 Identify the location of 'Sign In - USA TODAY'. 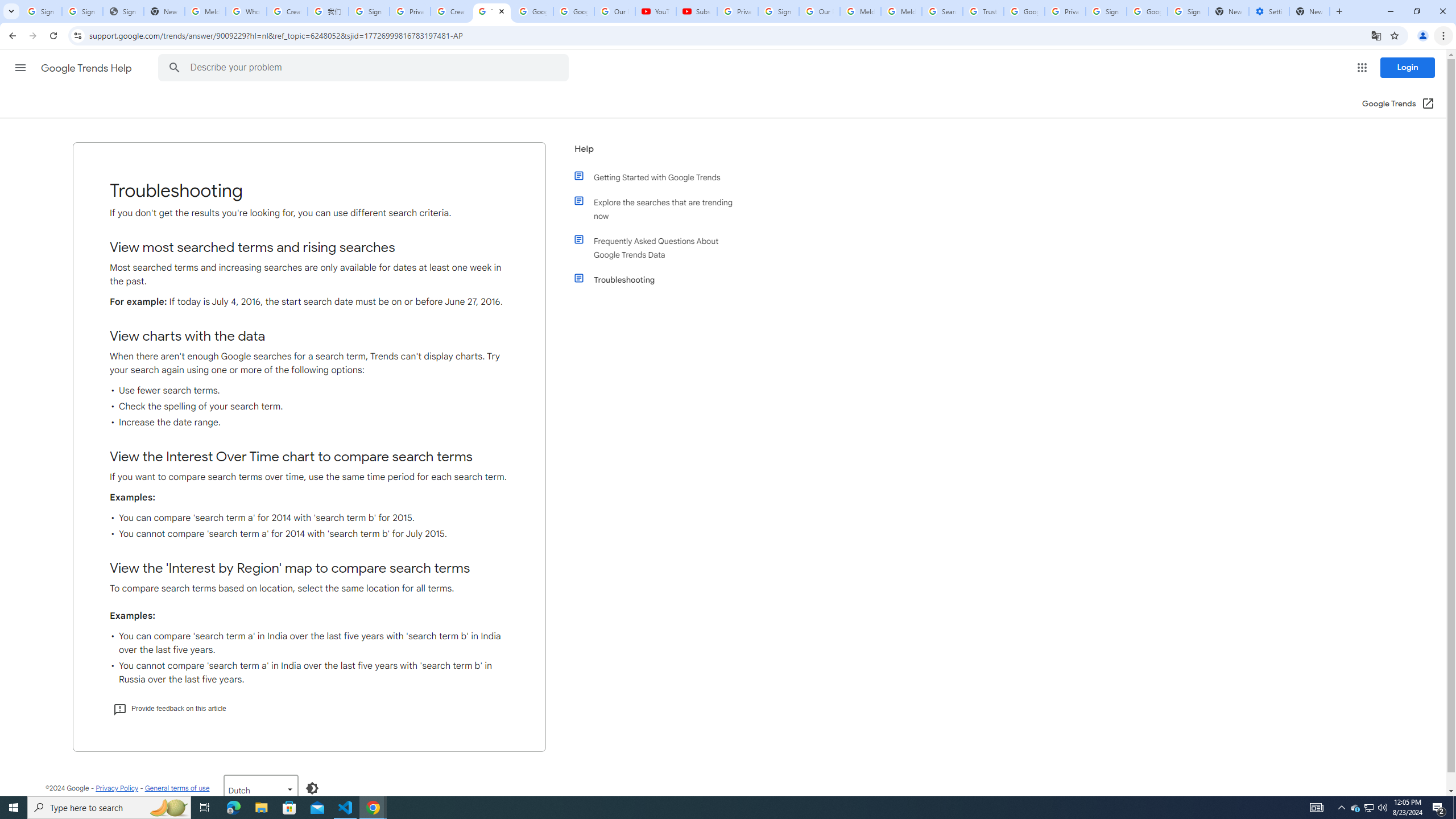
(123, 11).